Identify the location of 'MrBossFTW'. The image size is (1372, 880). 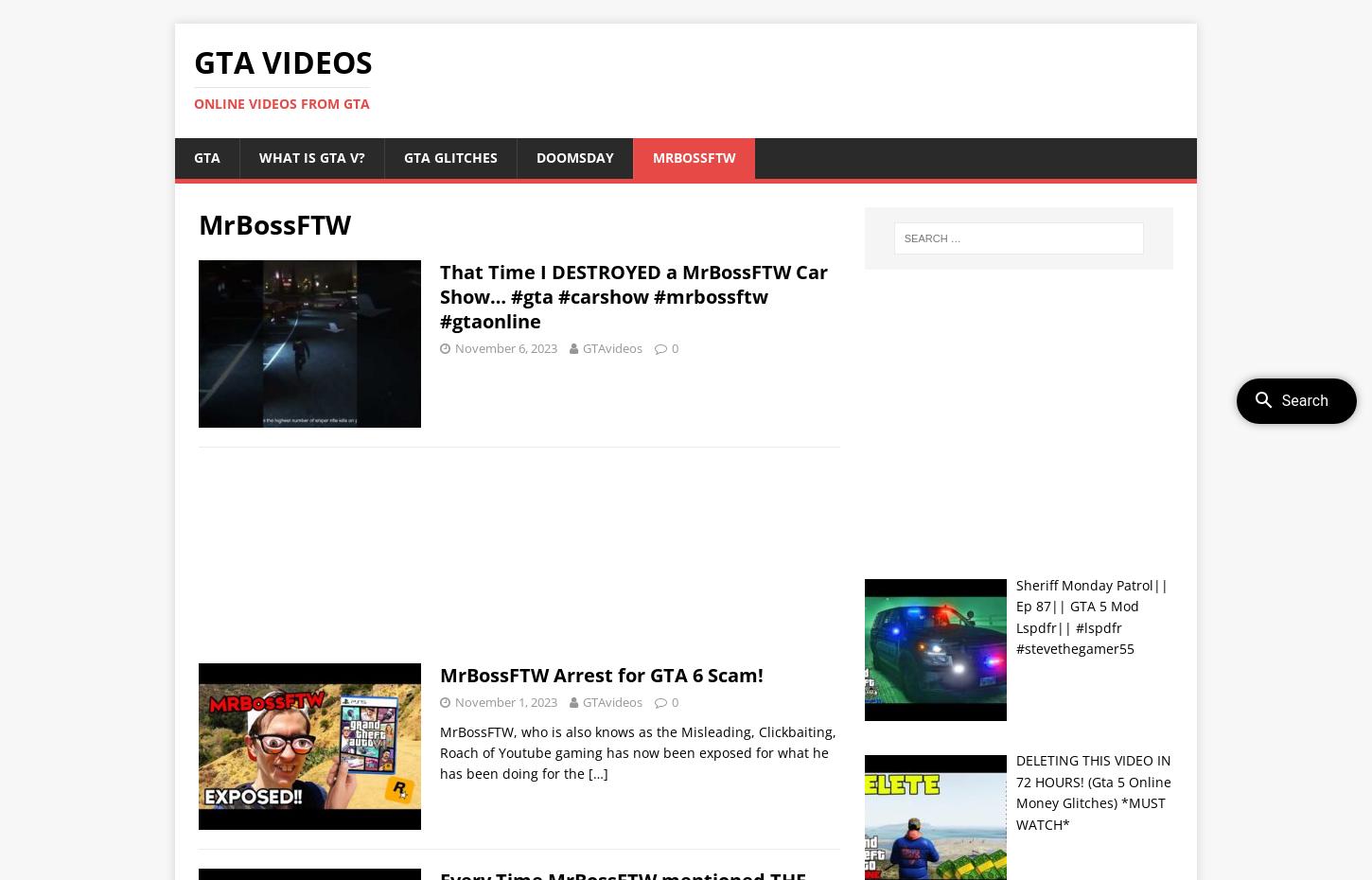
(274, 223).